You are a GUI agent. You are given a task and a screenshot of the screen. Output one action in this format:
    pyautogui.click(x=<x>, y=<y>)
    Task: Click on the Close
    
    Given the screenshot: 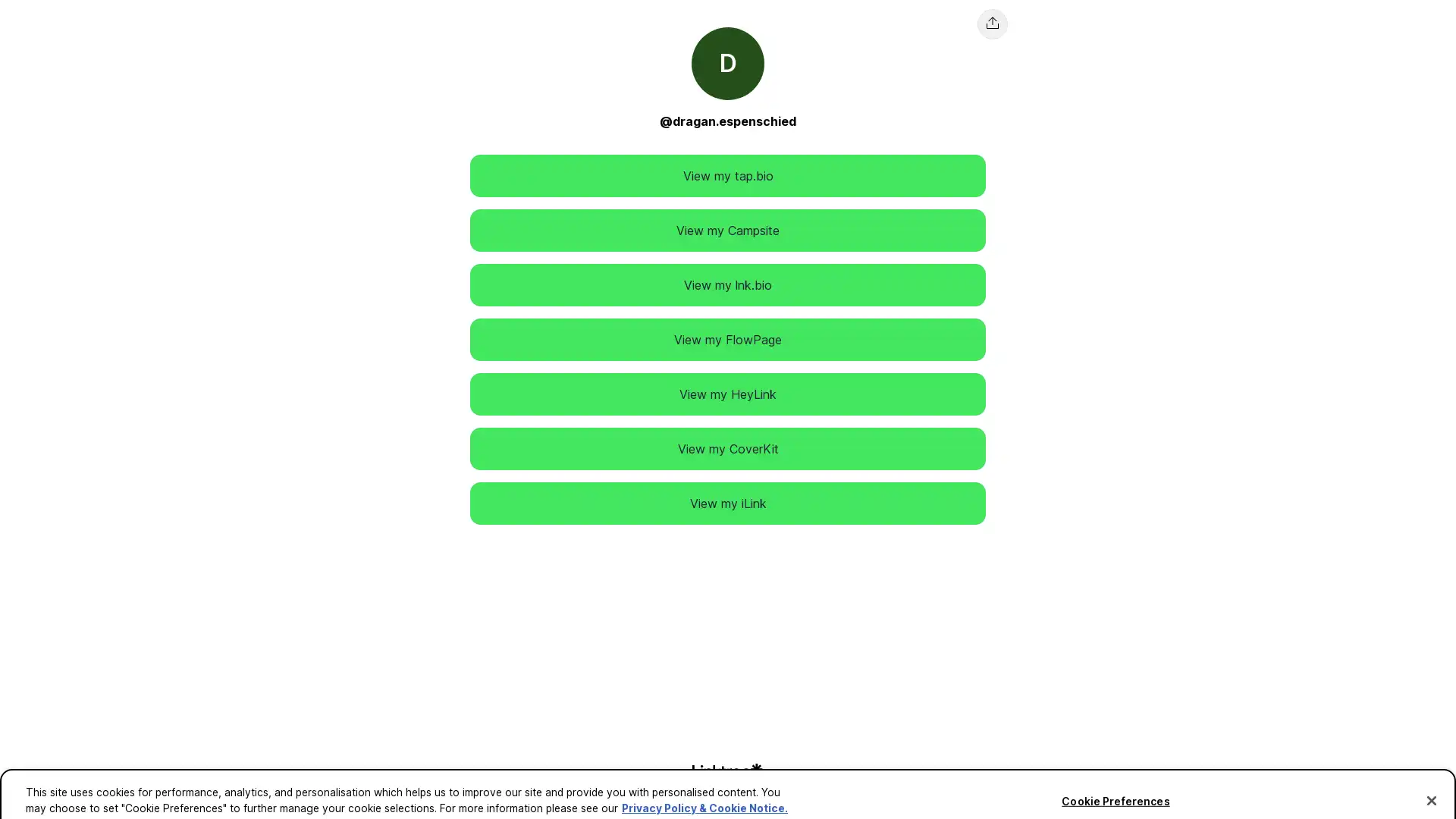 What is the action you would take?
    pyautogui.click(x=1430, y=783)
    